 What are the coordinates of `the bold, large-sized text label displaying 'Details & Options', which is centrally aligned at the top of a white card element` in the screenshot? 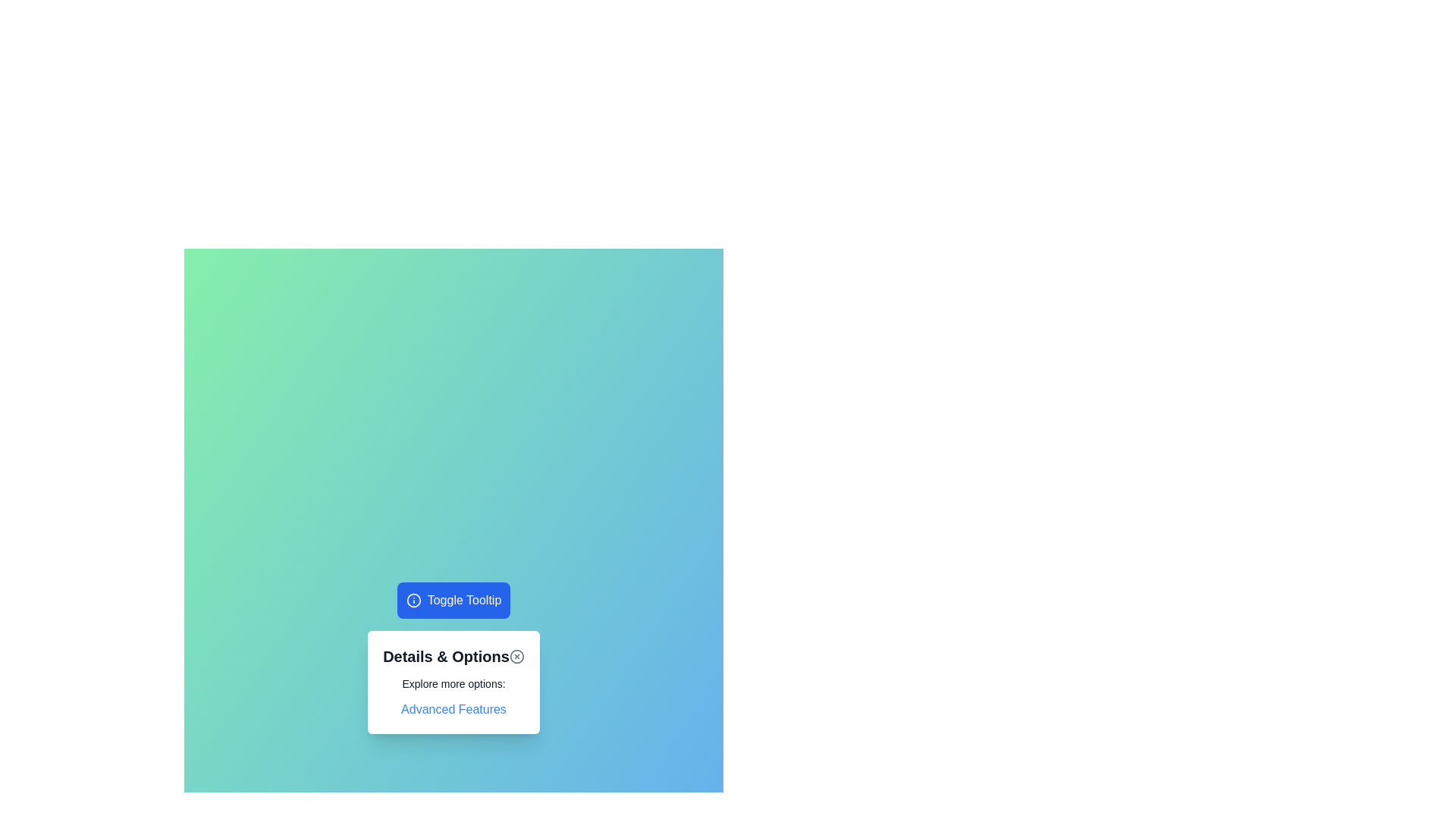 It's located at (445, 656).